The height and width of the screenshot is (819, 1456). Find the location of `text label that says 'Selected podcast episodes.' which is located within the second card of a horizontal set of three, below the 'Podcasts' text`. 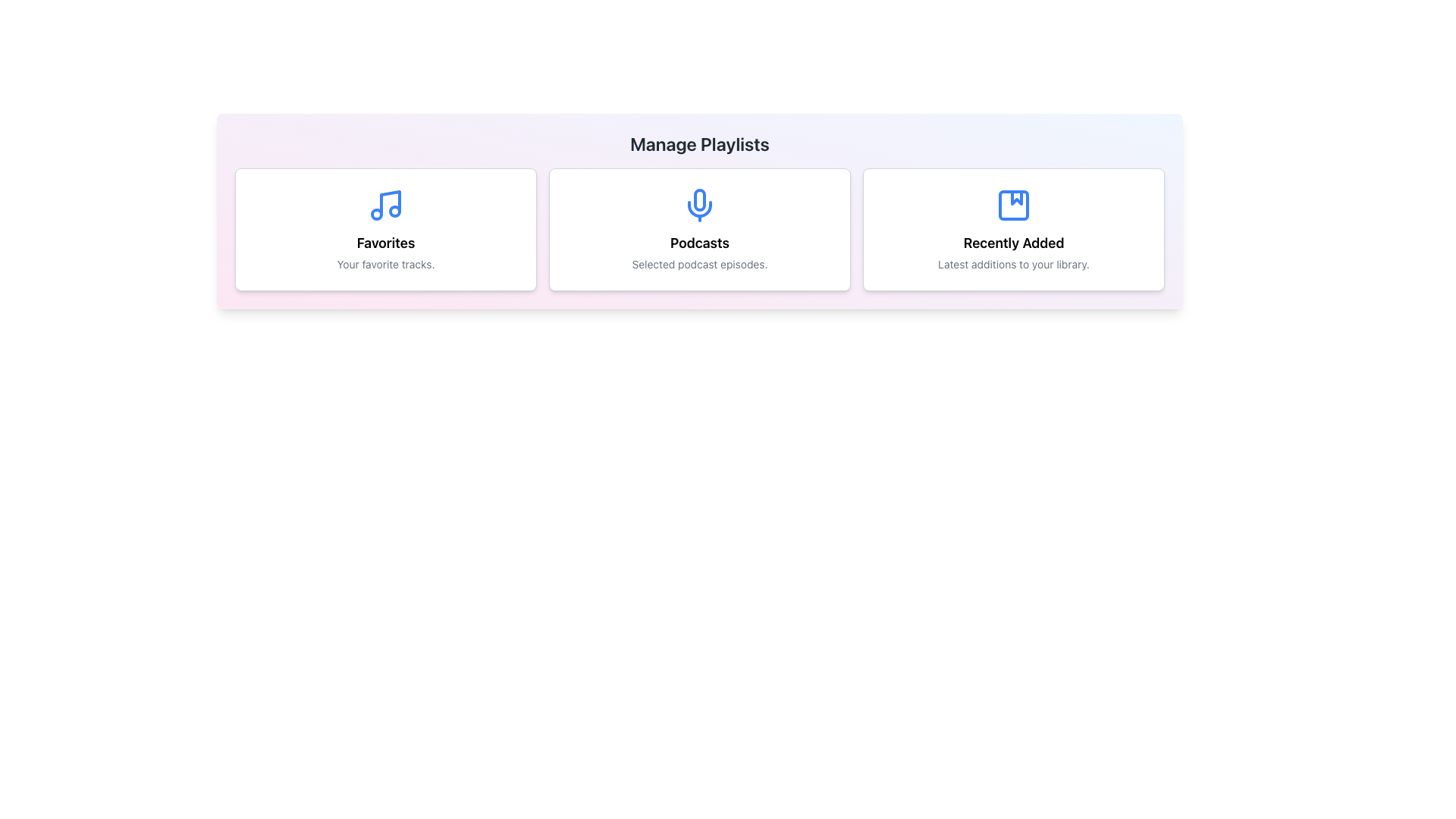

text label that says 'Selected podcast episodes.' which is located within the second card of a horizontal set of three, below the 'Podcasts' text is located at coordinates (698, 263).